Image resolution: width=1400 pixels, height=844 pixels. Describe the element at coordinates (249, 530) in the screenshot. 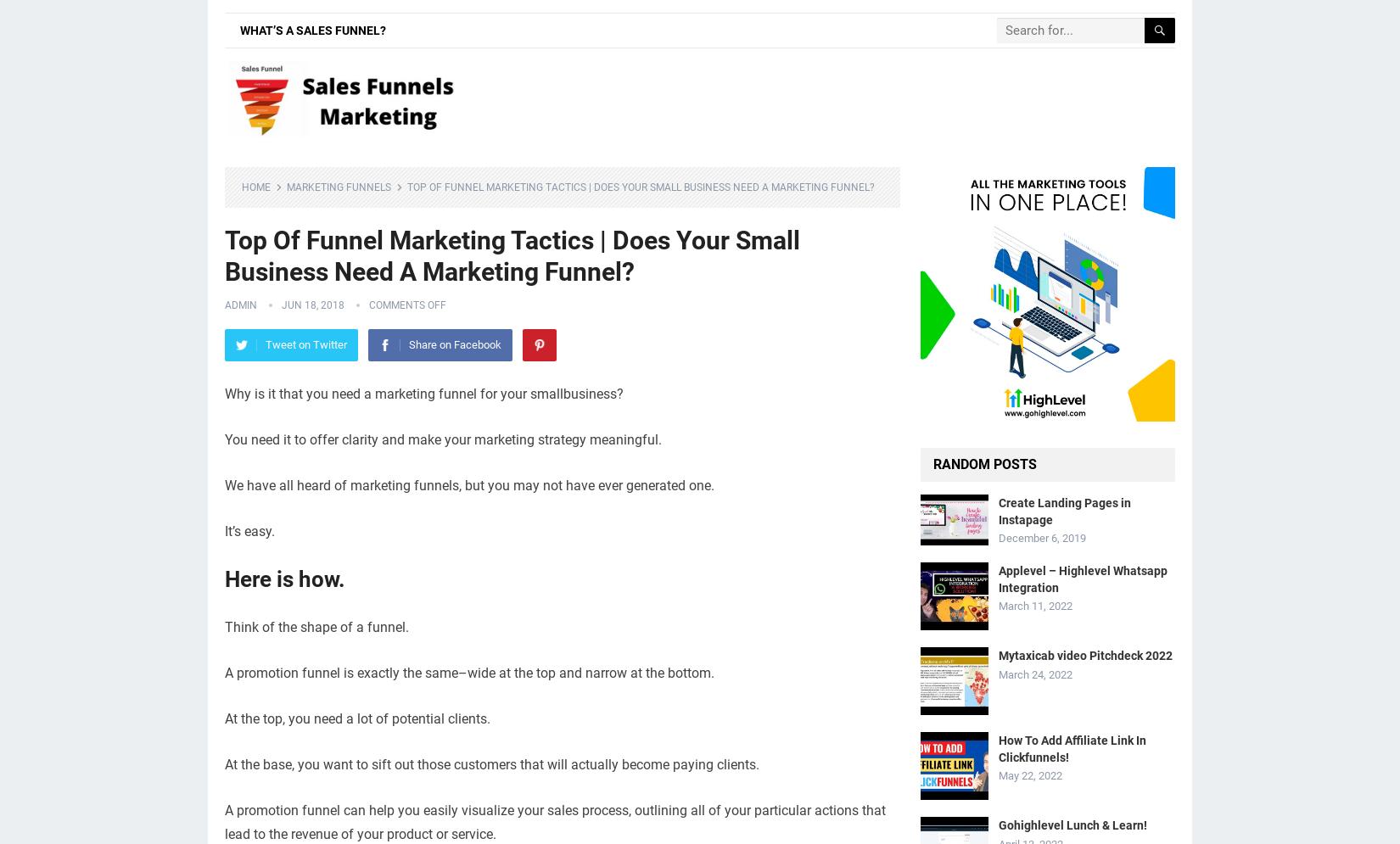

I see `'It’s easy.'` at that location.